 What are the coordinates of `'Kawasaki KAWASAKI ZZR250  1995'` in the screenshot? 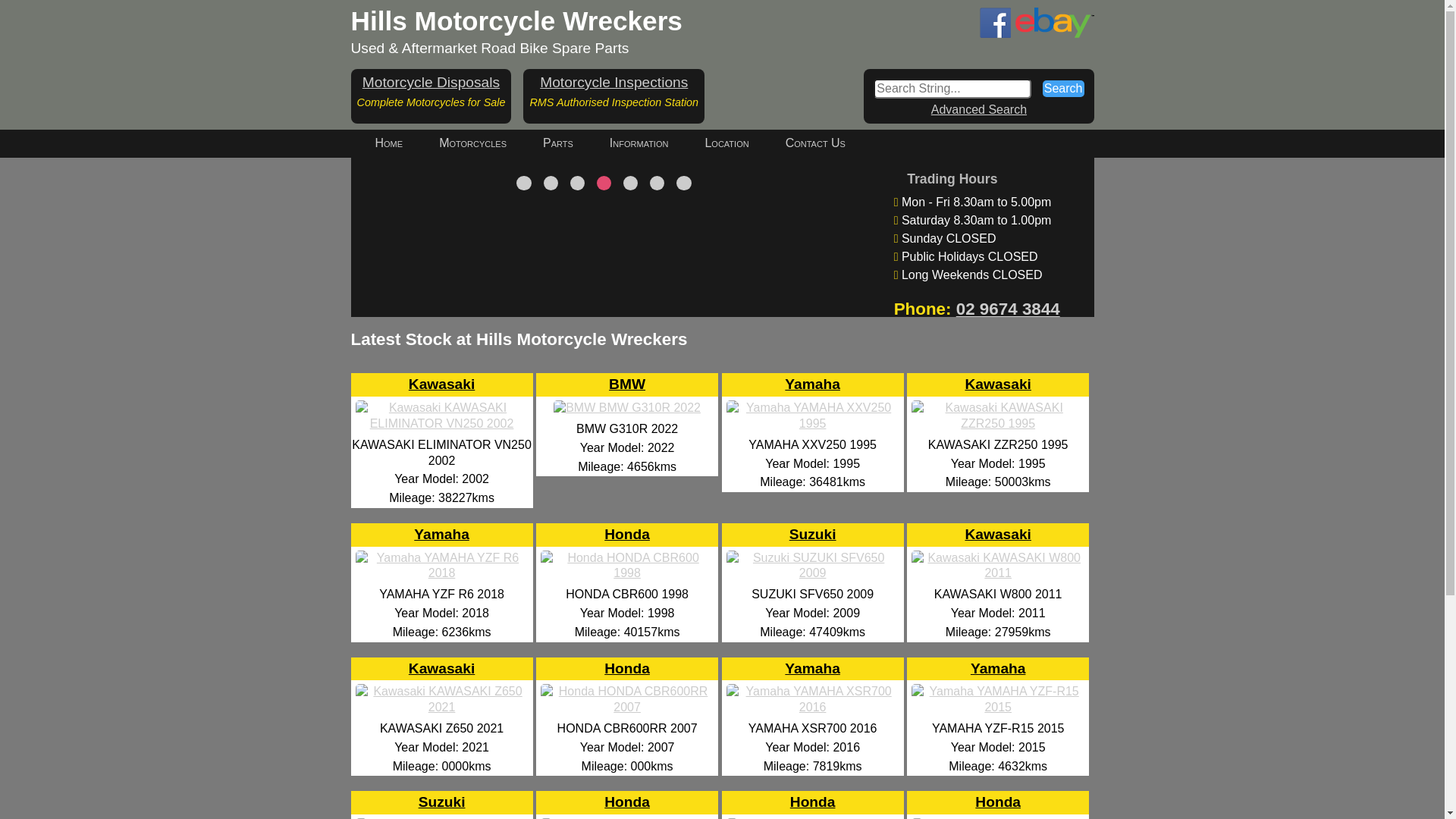 It's located at (997, 423).